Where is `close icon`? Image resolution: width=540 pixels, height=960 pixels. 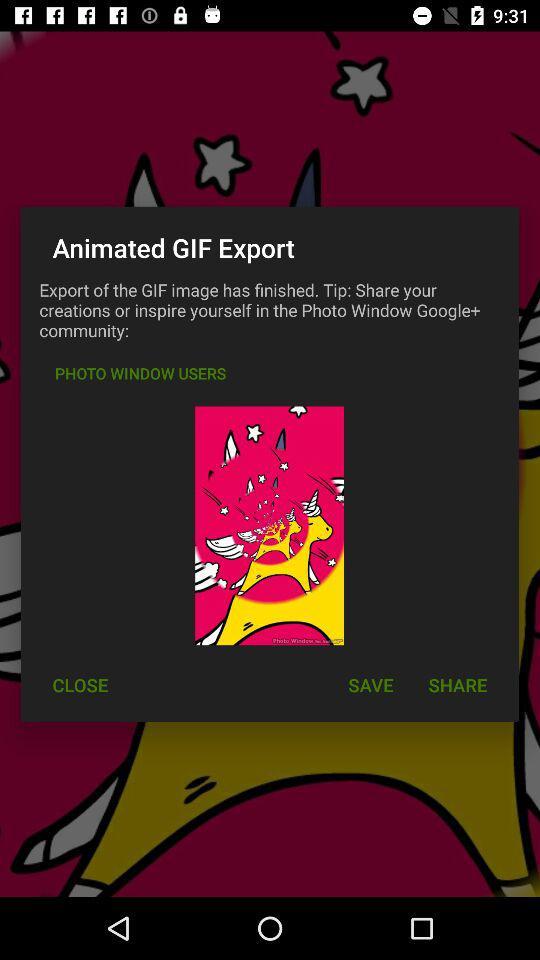 close icon is located at coordinates (79, 685).